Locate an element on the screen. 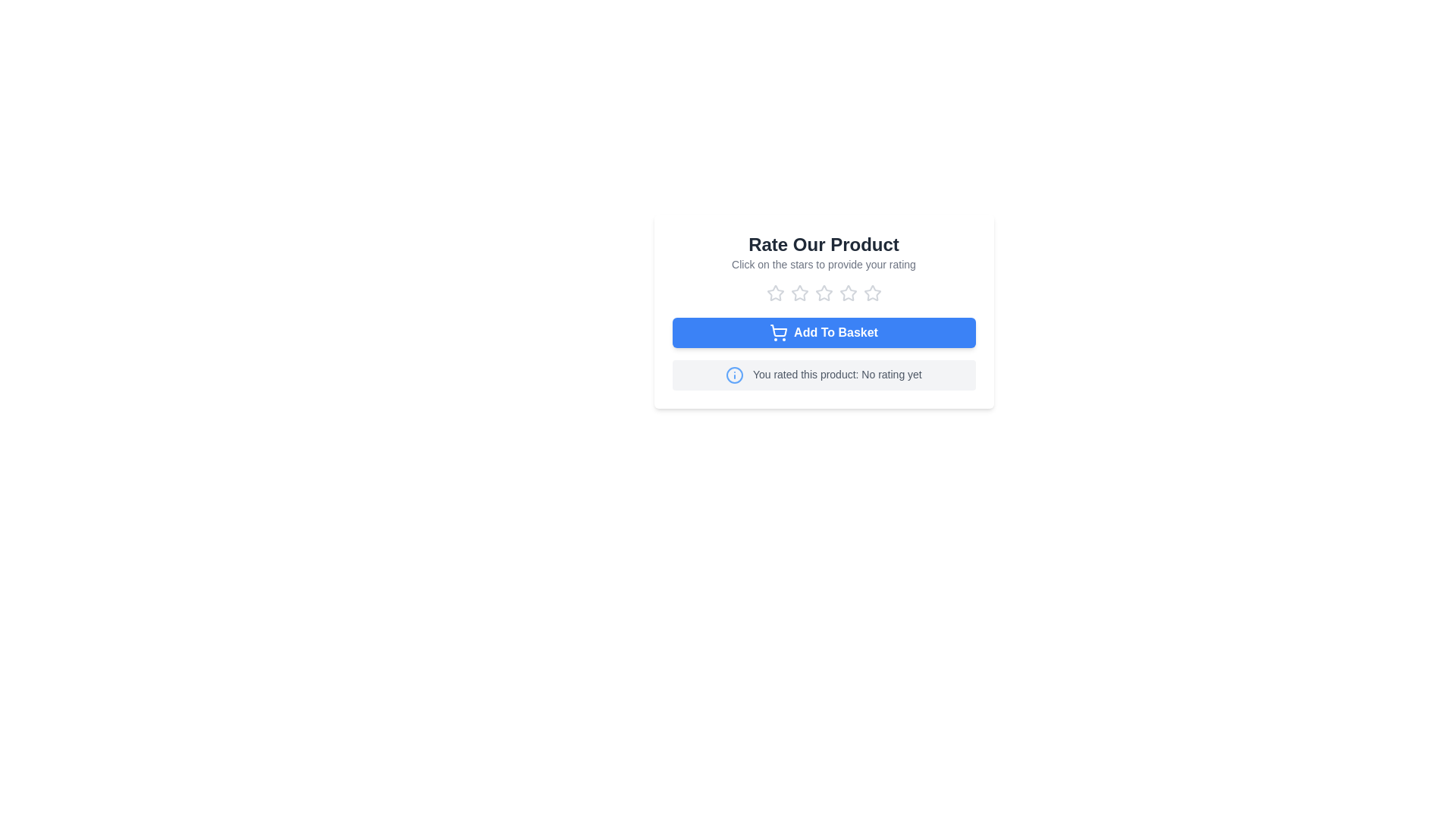  the A rating component consisting of interactive star icons is located at coordinates (823, 293).